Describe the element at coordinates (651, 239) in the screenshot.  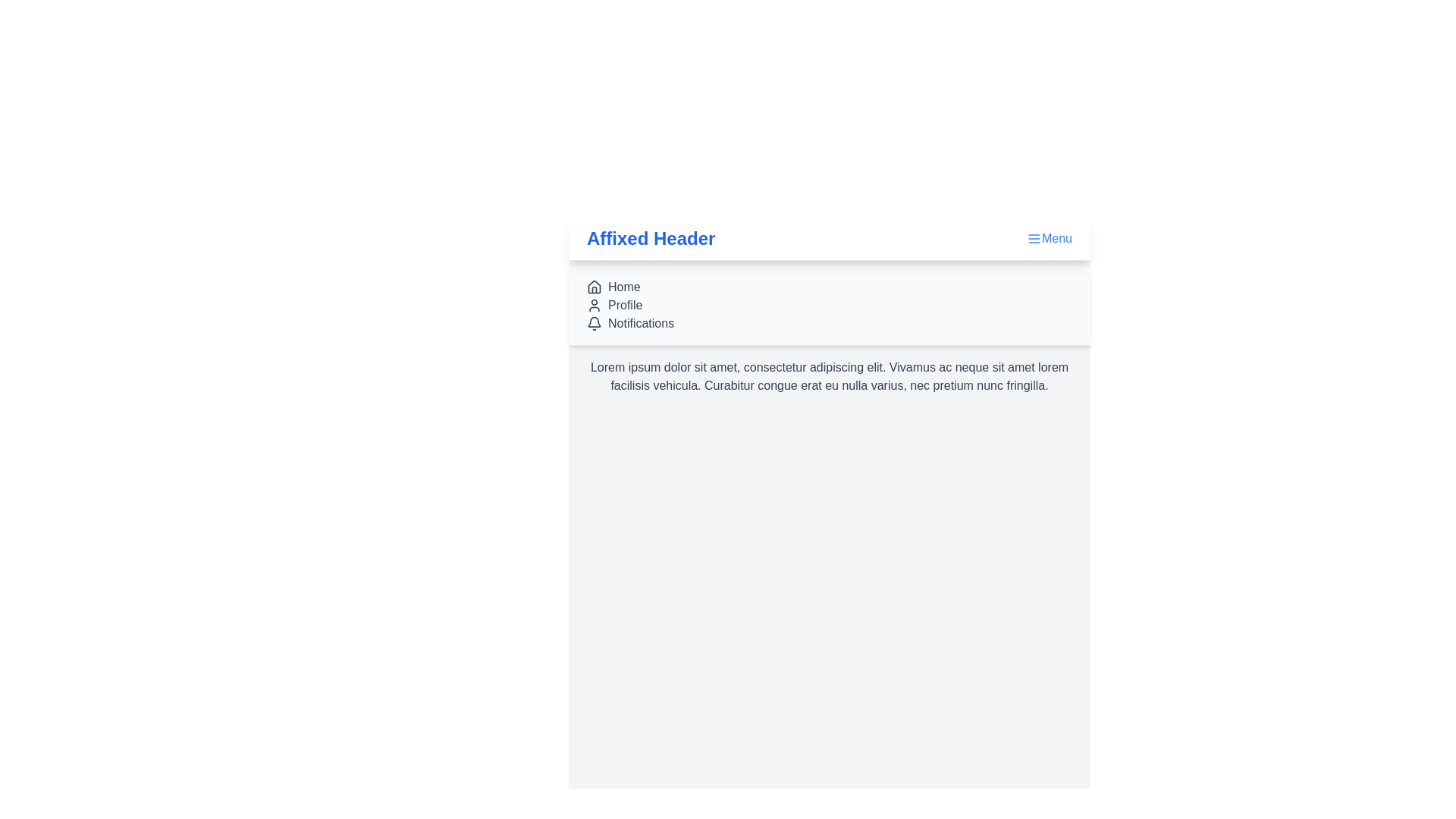
I see `the static text label displaying 'Affixed Header' in a large blue bold font, located in the sticky header area to the left of the 'Menu' element` at that location.